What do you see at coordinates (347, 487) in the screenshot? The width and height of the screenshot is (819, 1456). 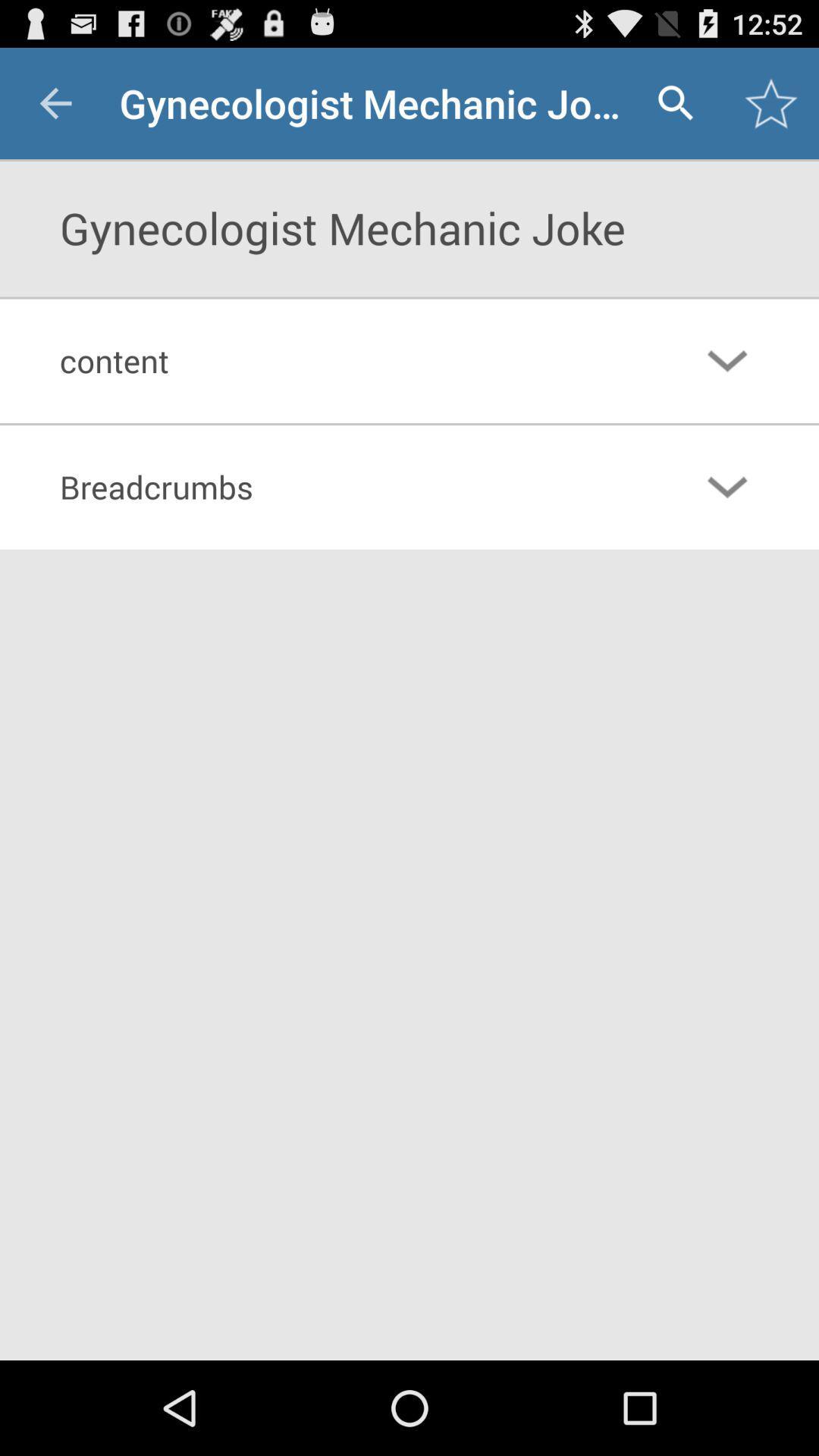 I see `the breadcrumbs at the center` at bounding box center [347, 487].